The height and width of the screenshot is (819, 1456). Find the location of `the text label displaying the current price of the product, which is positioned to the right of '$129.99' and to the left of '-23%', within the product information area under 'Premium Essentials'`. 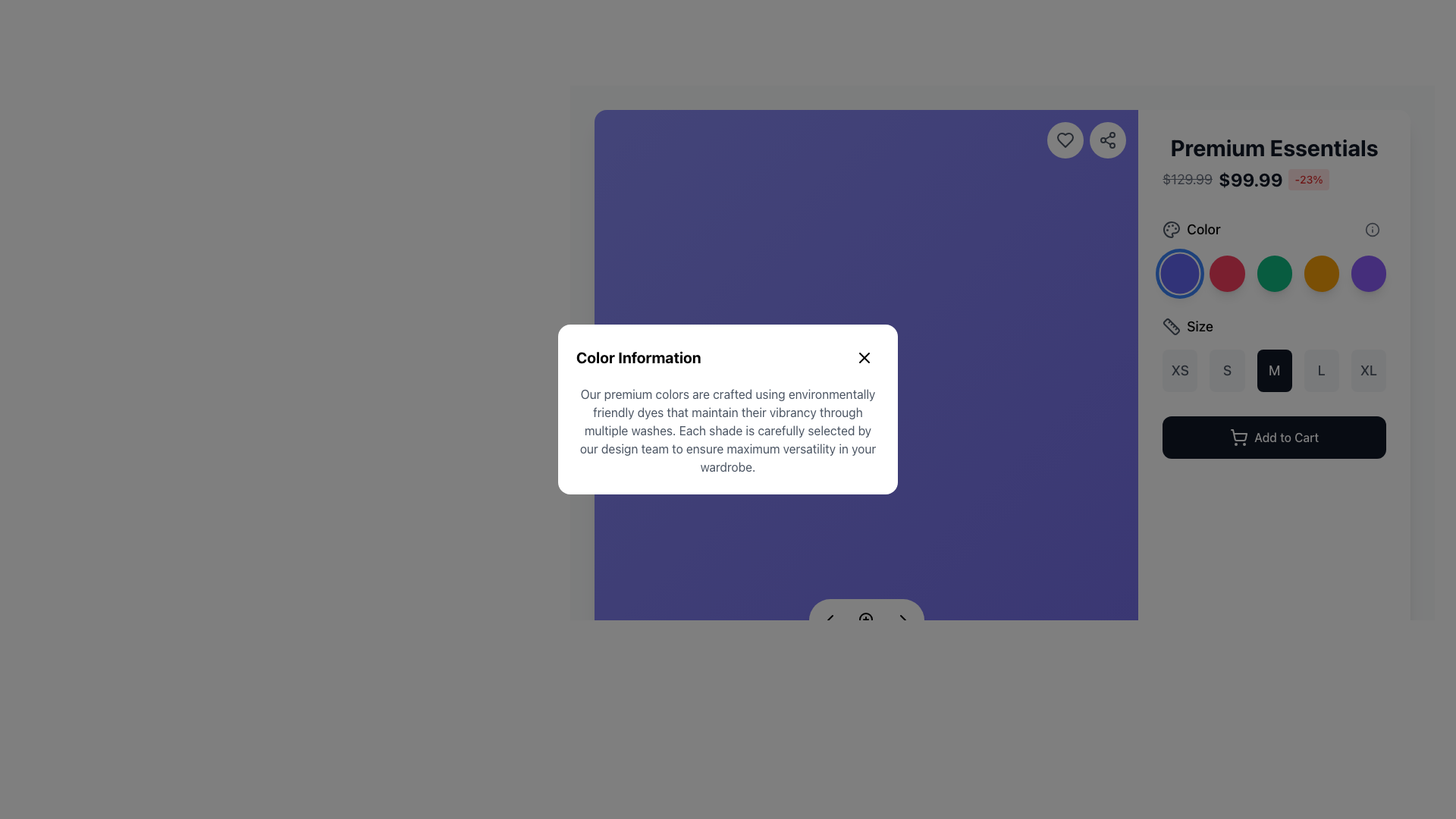

the text label displaying the current price of the product, which is positioned to the right of '$129.99' and to the left of '-23%', within the product information area under 'Premium Essentials' is located at coordinates (1250, 178).